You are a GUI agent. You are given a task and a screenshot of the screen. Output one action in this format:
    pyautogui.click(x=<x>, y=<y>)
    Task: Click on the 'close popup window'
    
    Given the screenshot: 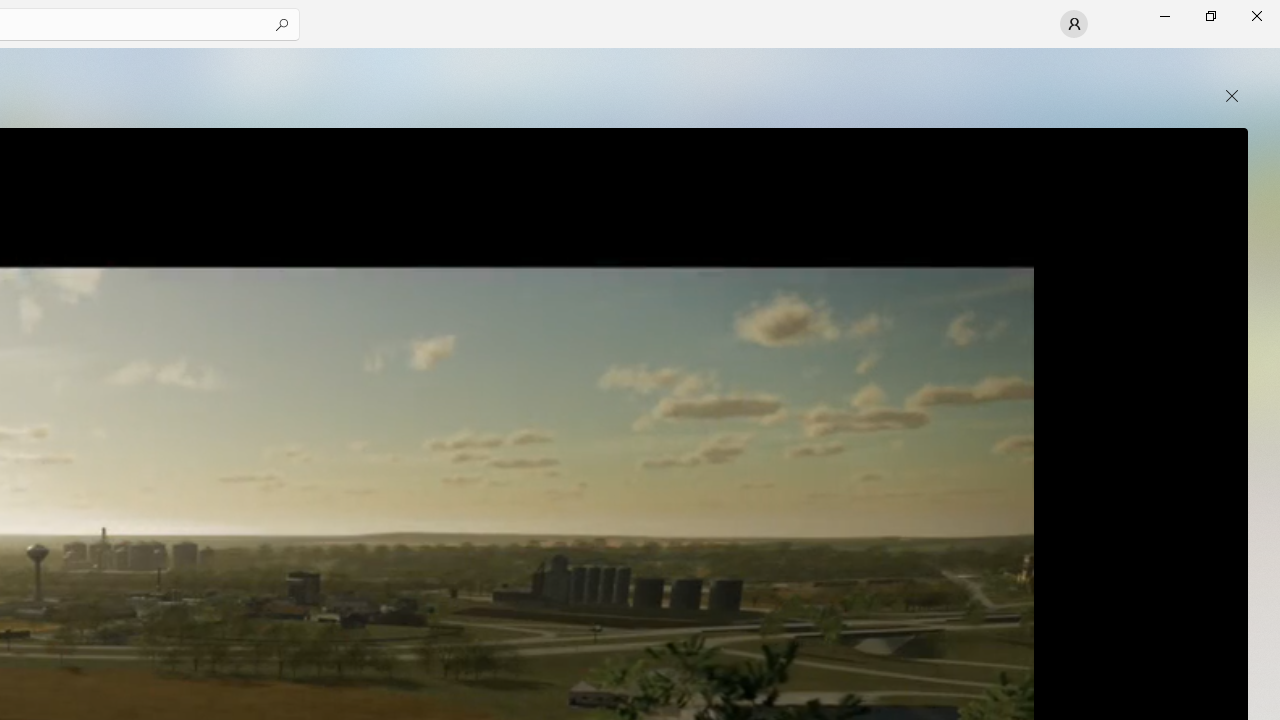 What is the action you would take?
    pyautogui.click(x=1231, y=96)
    